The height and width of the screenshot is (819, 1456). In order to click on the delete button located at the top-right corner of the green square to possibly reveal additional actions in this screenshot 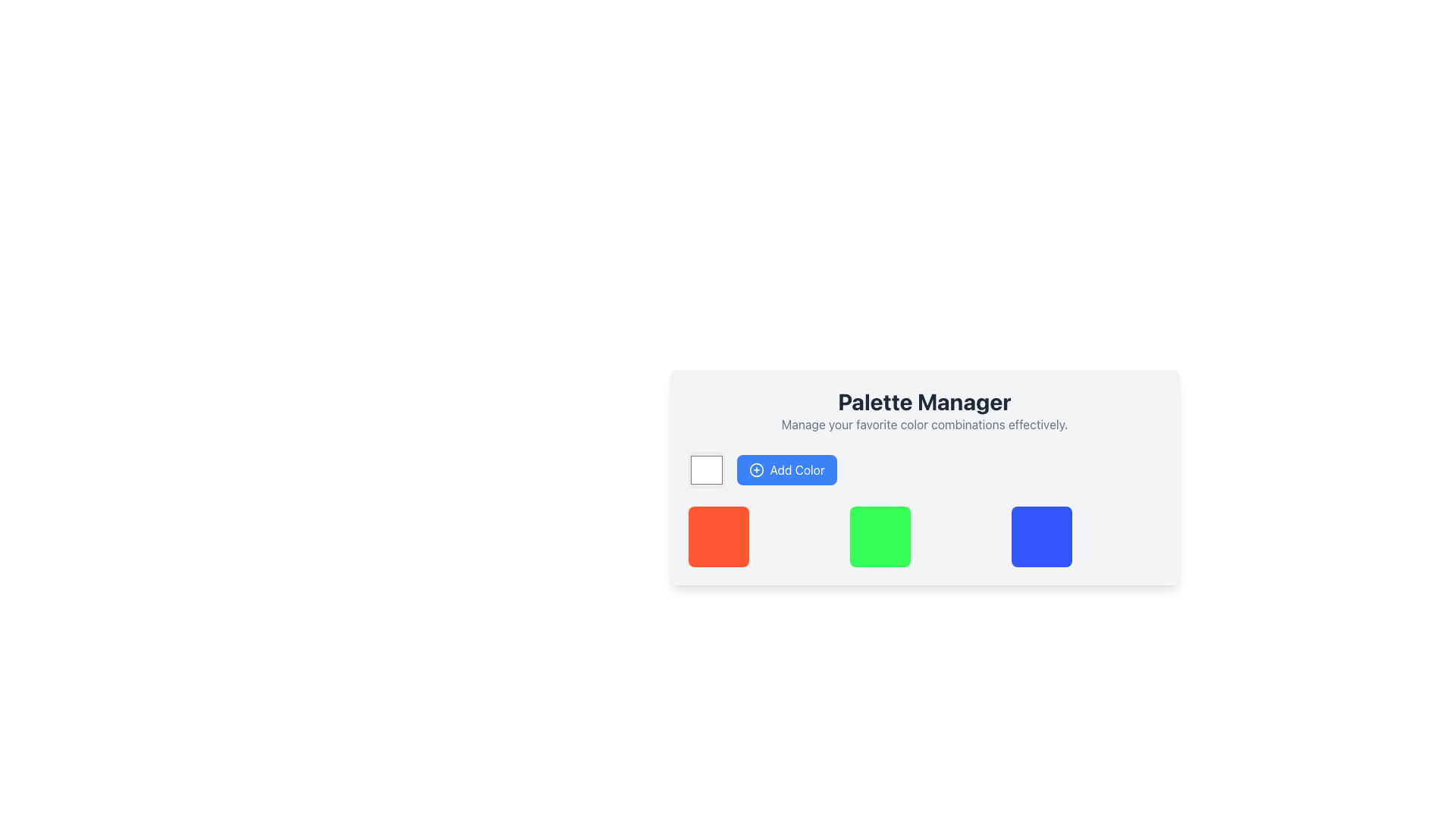, I will do `click(986, 519)`.